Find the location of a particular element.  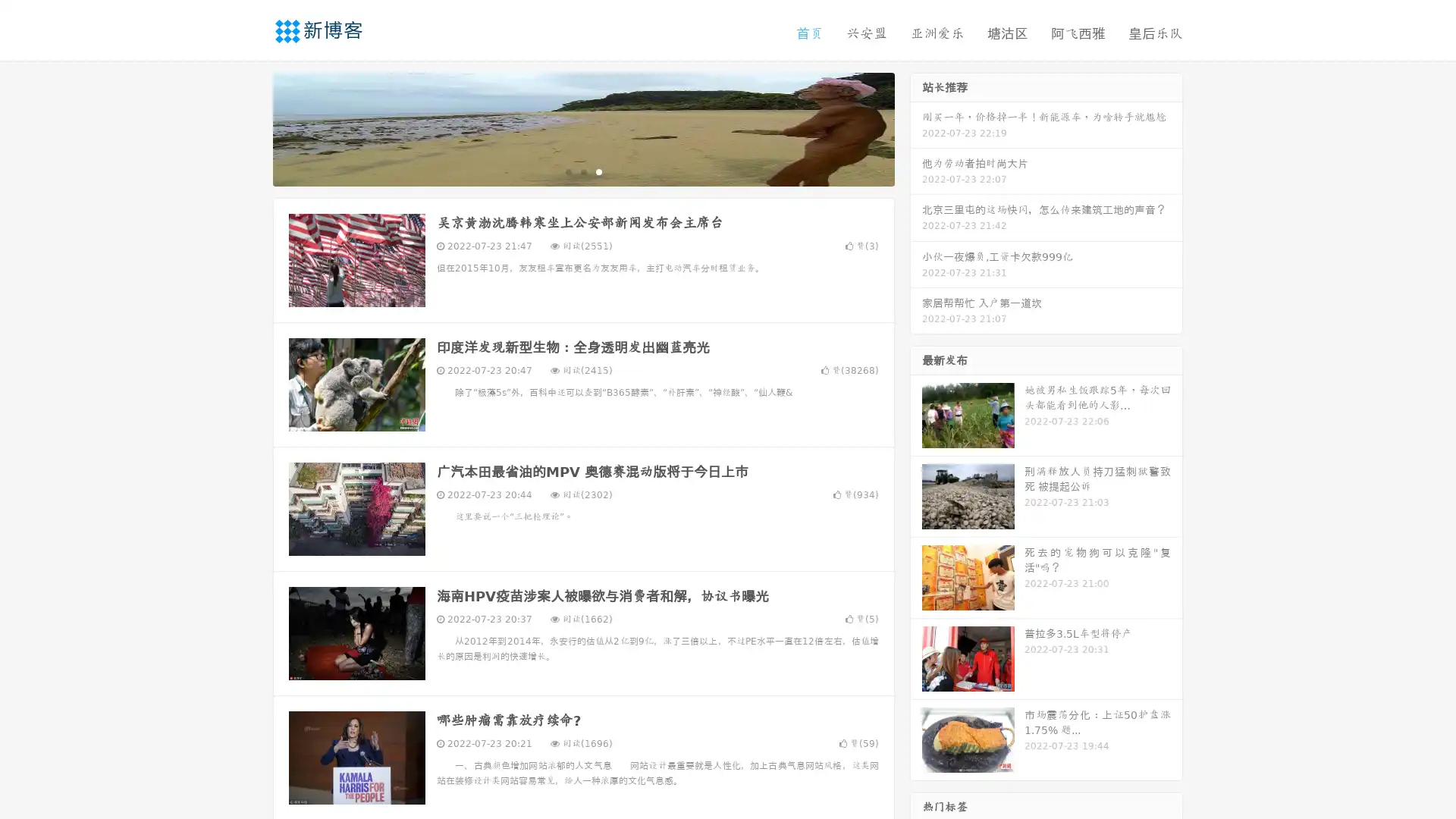

Go to slide 1 is located at coordinates (567, 171).